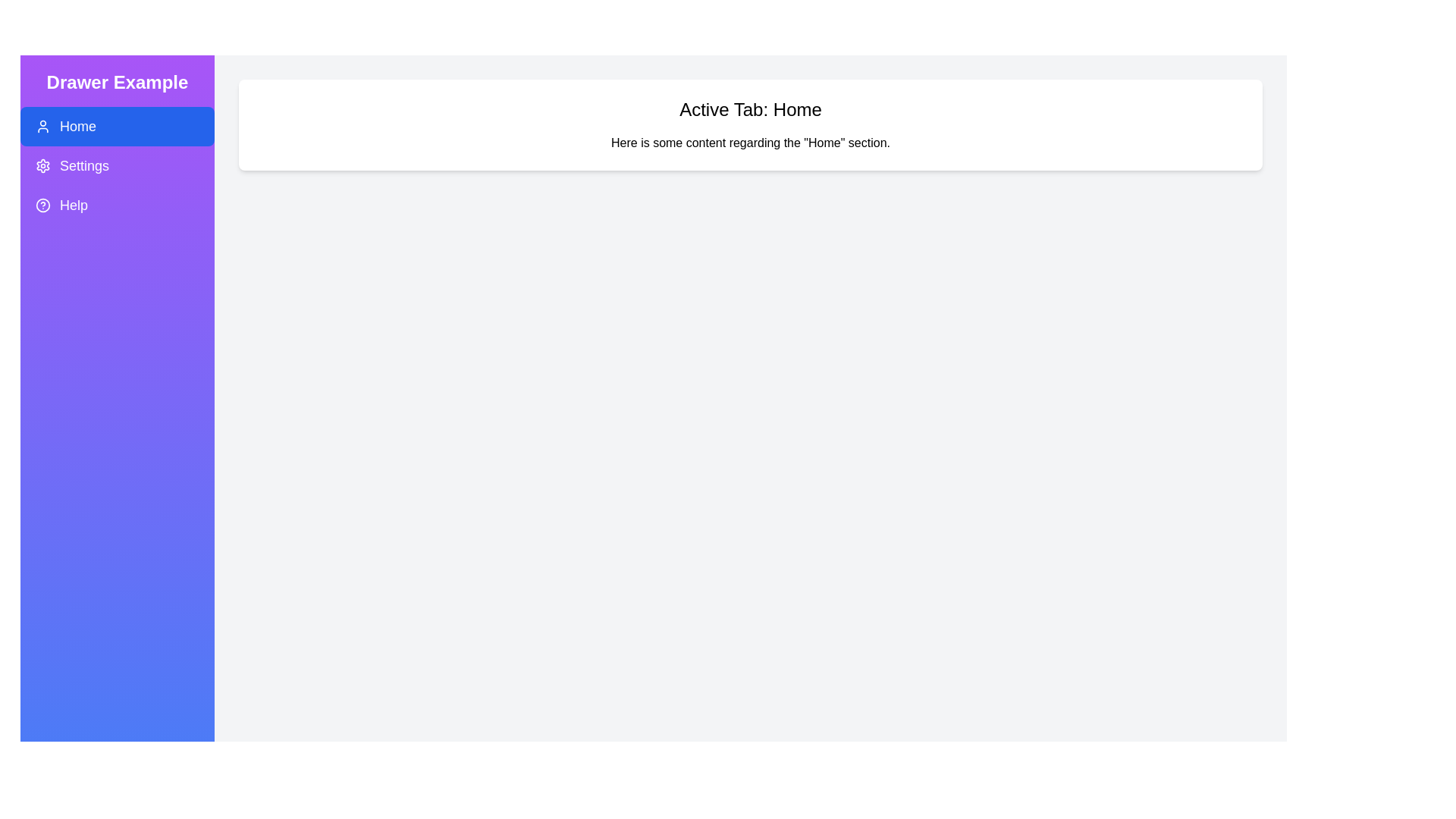 The image size is (1456, 819). I want to click on the menu item Home in the drawer, so click(116, 125).